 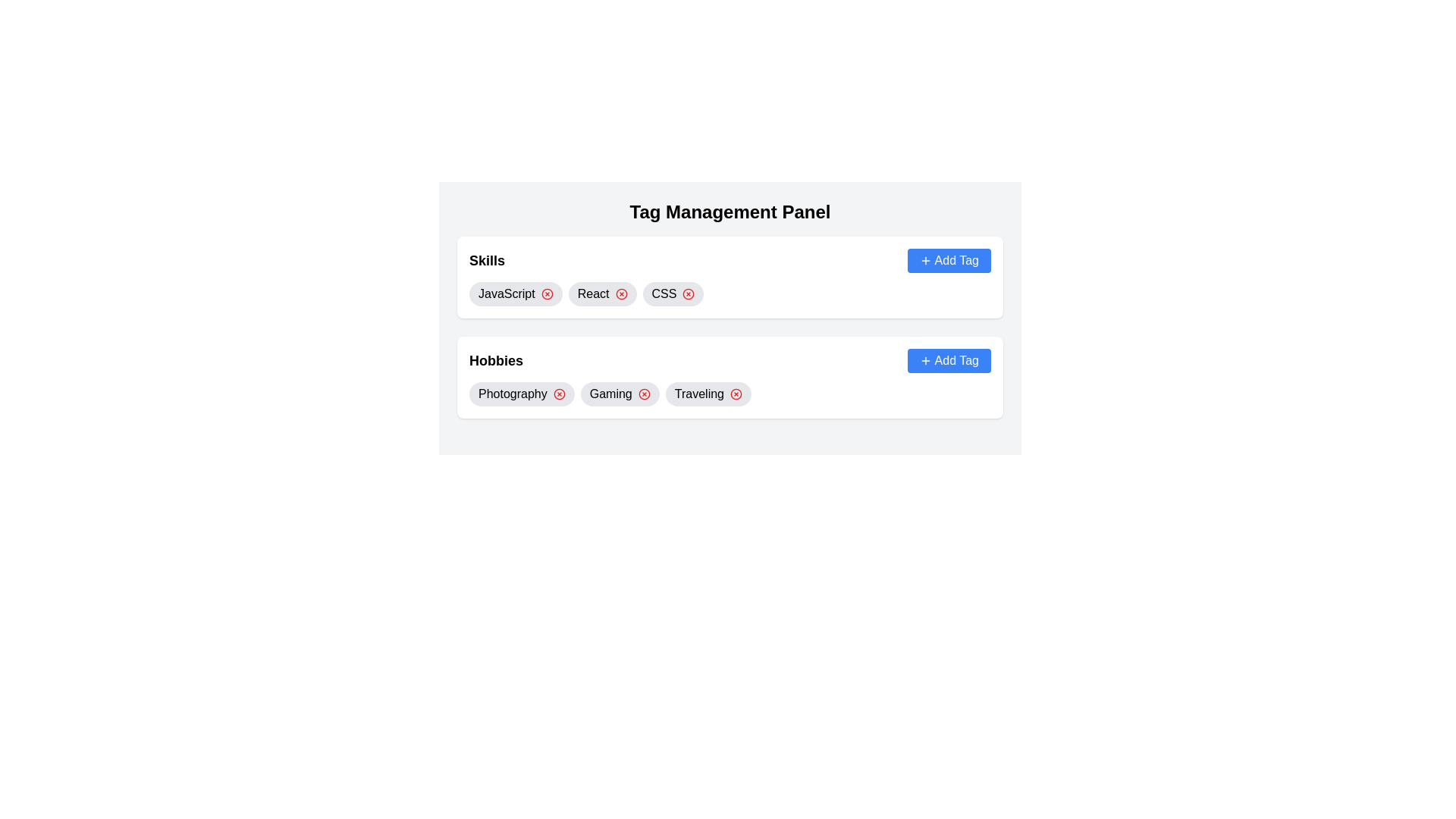 I want to click on the small red close button with an 'X' symbol located in the 'Gaming' tag of the 'Hobbies' section, so click(x=644, y=394).